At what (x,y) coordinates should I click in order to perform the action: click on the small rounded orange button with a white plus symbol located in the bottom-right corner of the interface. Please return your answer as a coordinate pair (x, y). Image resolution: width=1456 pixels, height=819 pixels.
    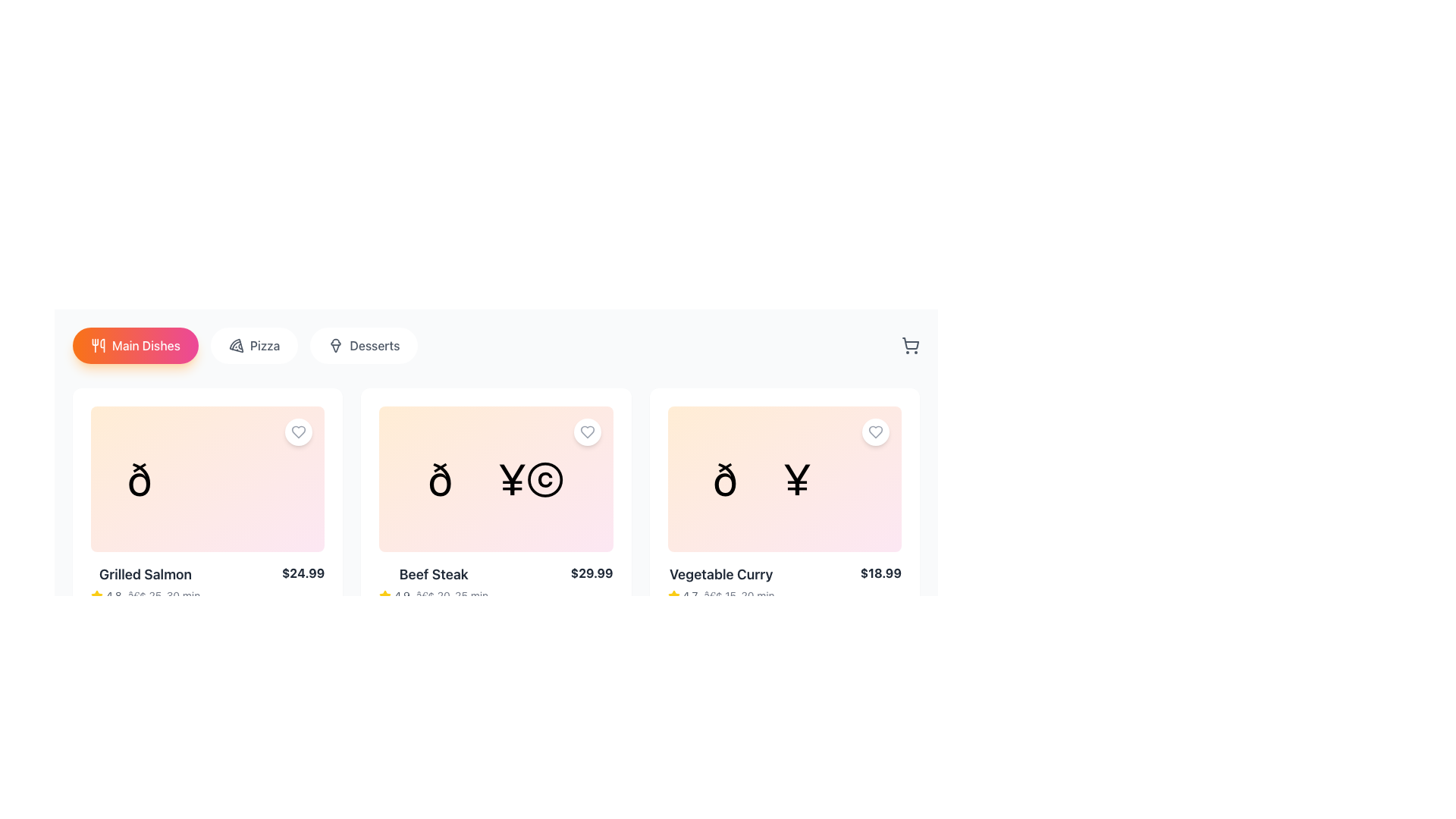
    Looking at the image, I should click on (888, 629).